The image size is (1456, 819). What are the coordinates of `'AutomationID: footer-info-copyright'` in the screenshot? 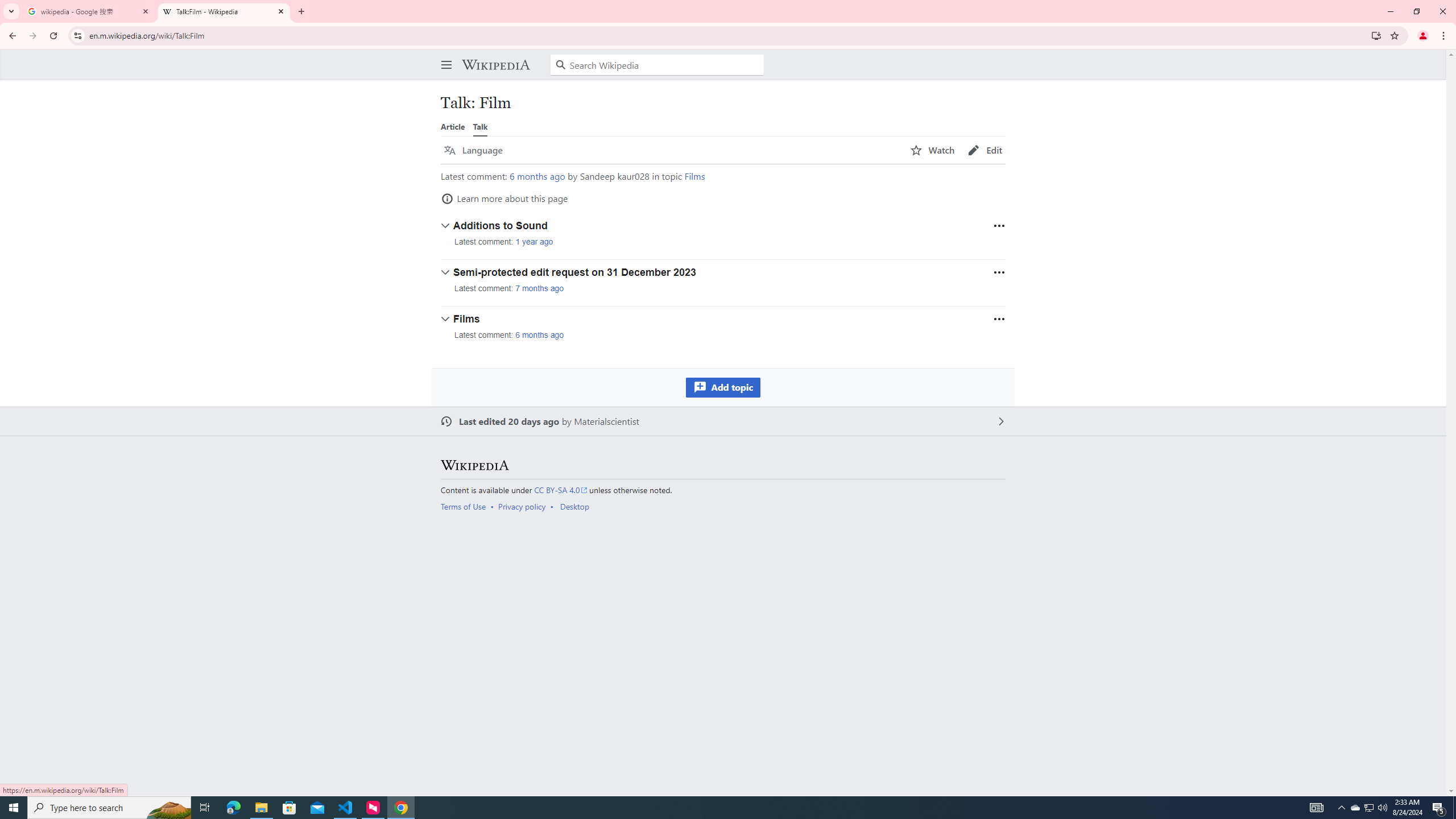 It's located at (721, 490).